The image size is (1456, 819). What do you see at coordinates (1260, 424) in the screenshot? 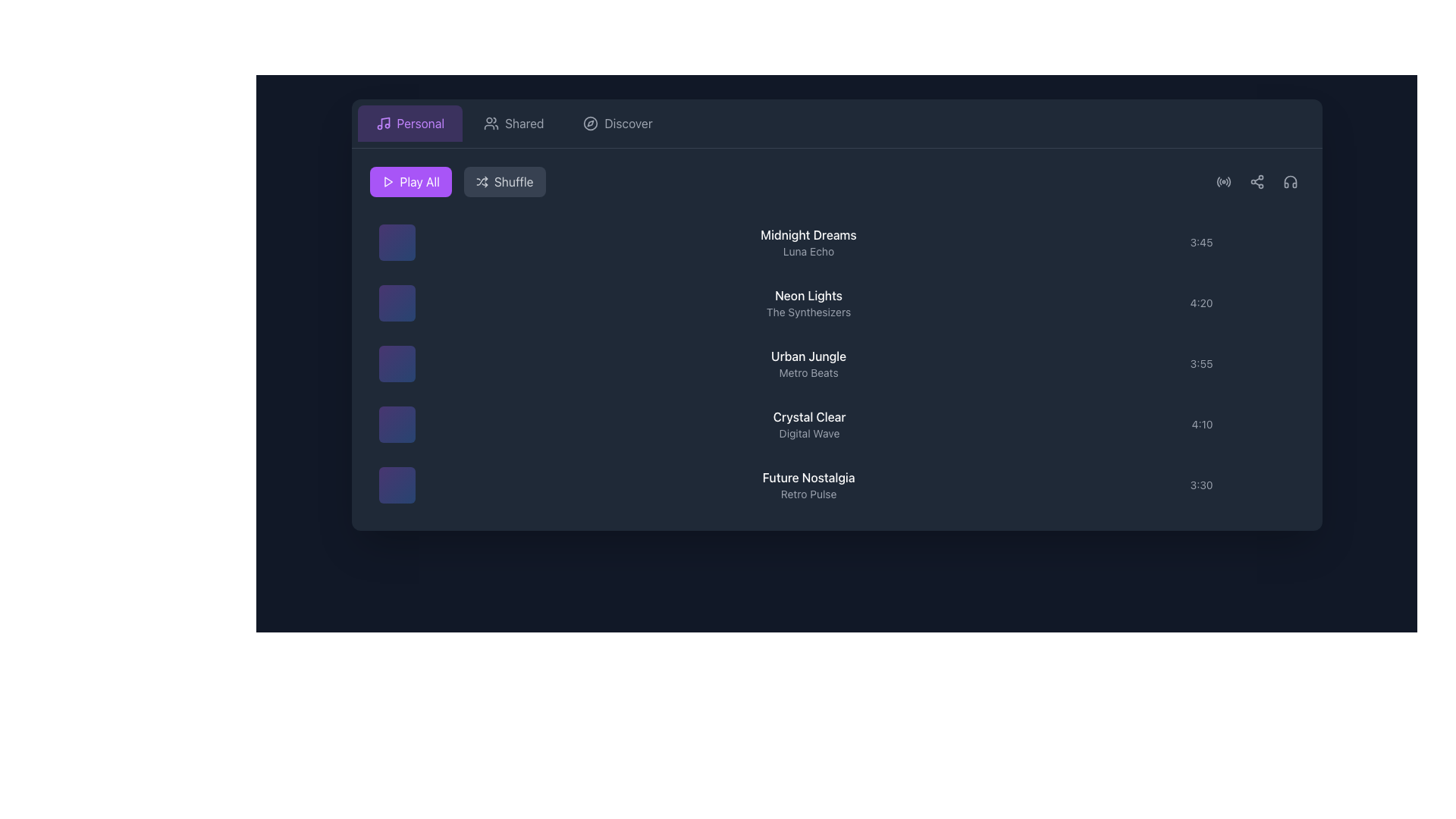
I see `the button located in the rightmost position of the row corresponding to the '4:10' entry to change its color and opacity` at bounding box center [1260, 424].